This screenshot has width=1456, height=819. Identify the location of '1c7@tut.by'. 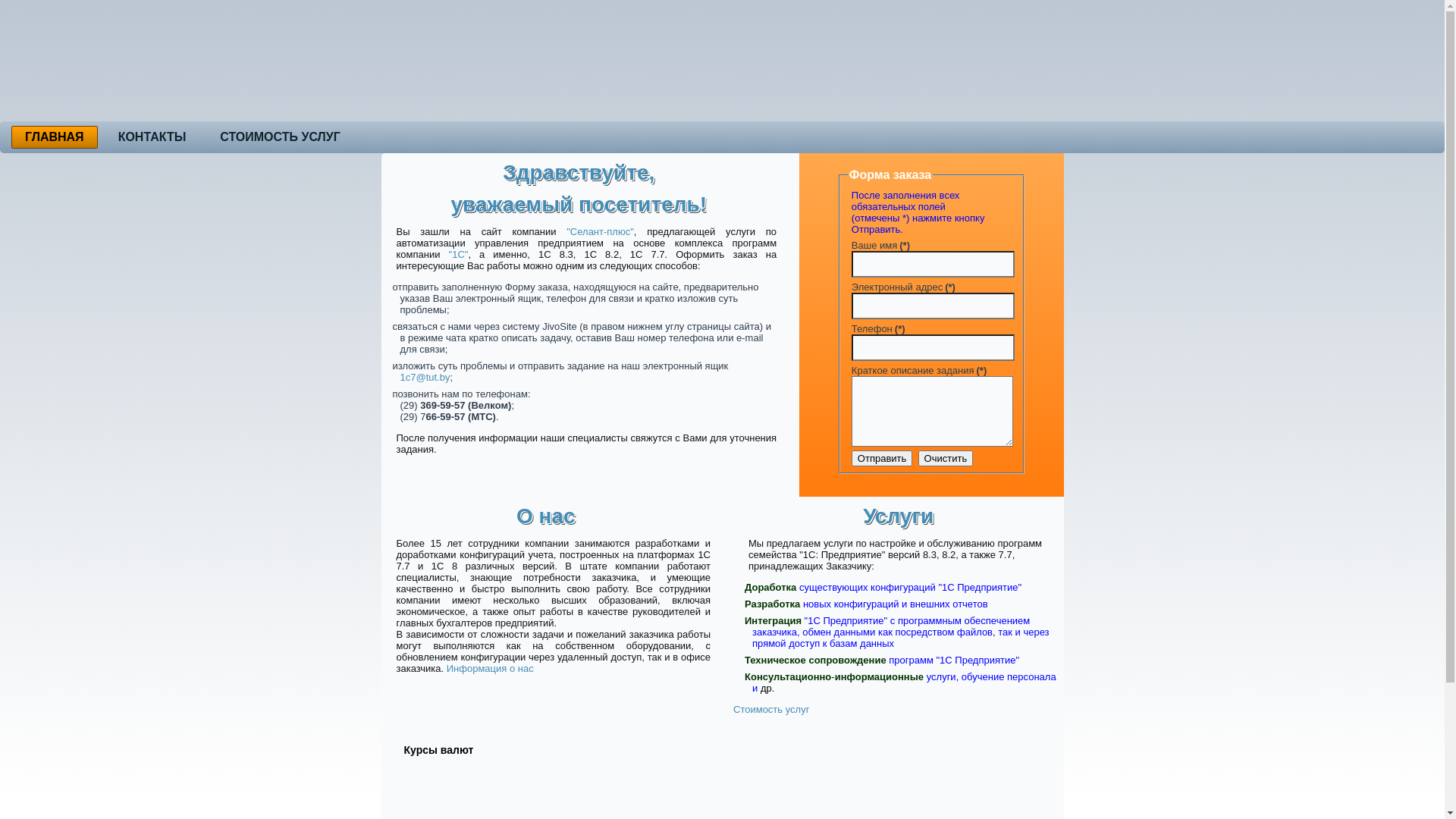
(400, 376).